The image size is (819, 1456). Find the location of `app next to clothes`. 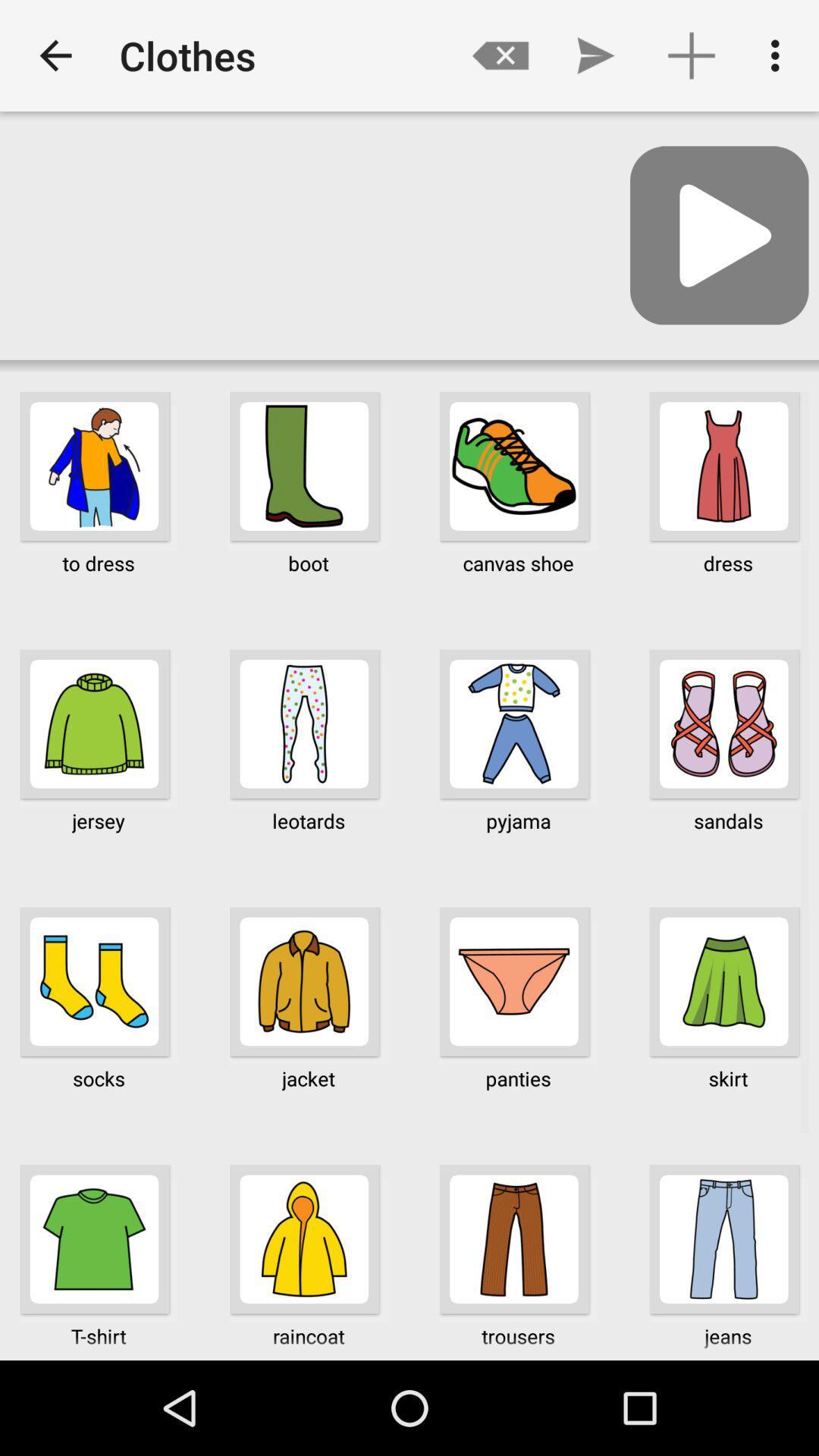

app next to clothes is located at coordinates (55, 55).